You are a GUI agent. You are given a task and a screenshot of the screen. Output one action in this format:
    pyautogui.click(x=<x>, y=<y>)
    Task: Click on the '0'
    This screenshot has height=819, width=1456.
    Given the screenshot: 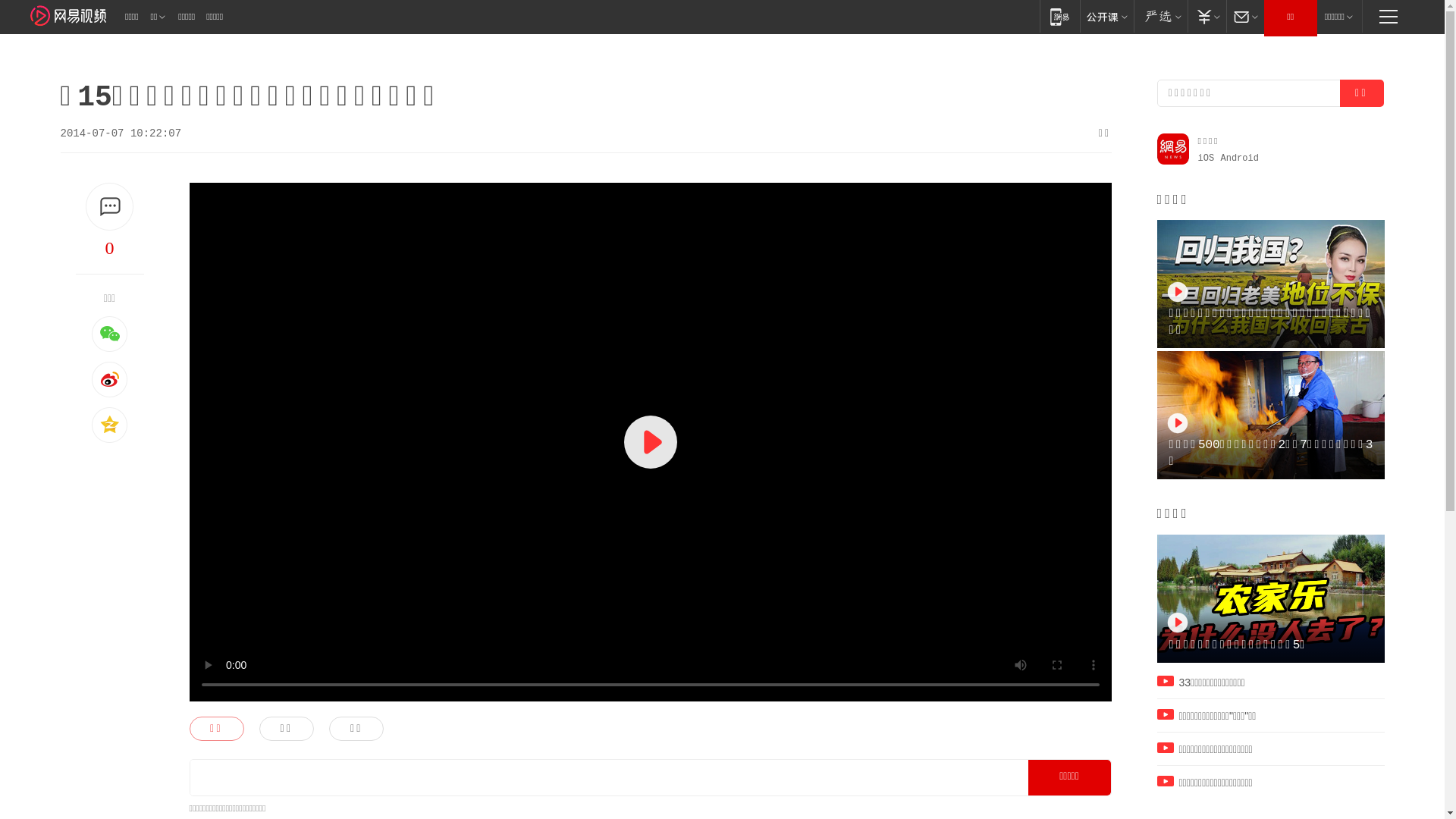 What is the action you would take?
    pyautogui.click(x=61, y=247)
    